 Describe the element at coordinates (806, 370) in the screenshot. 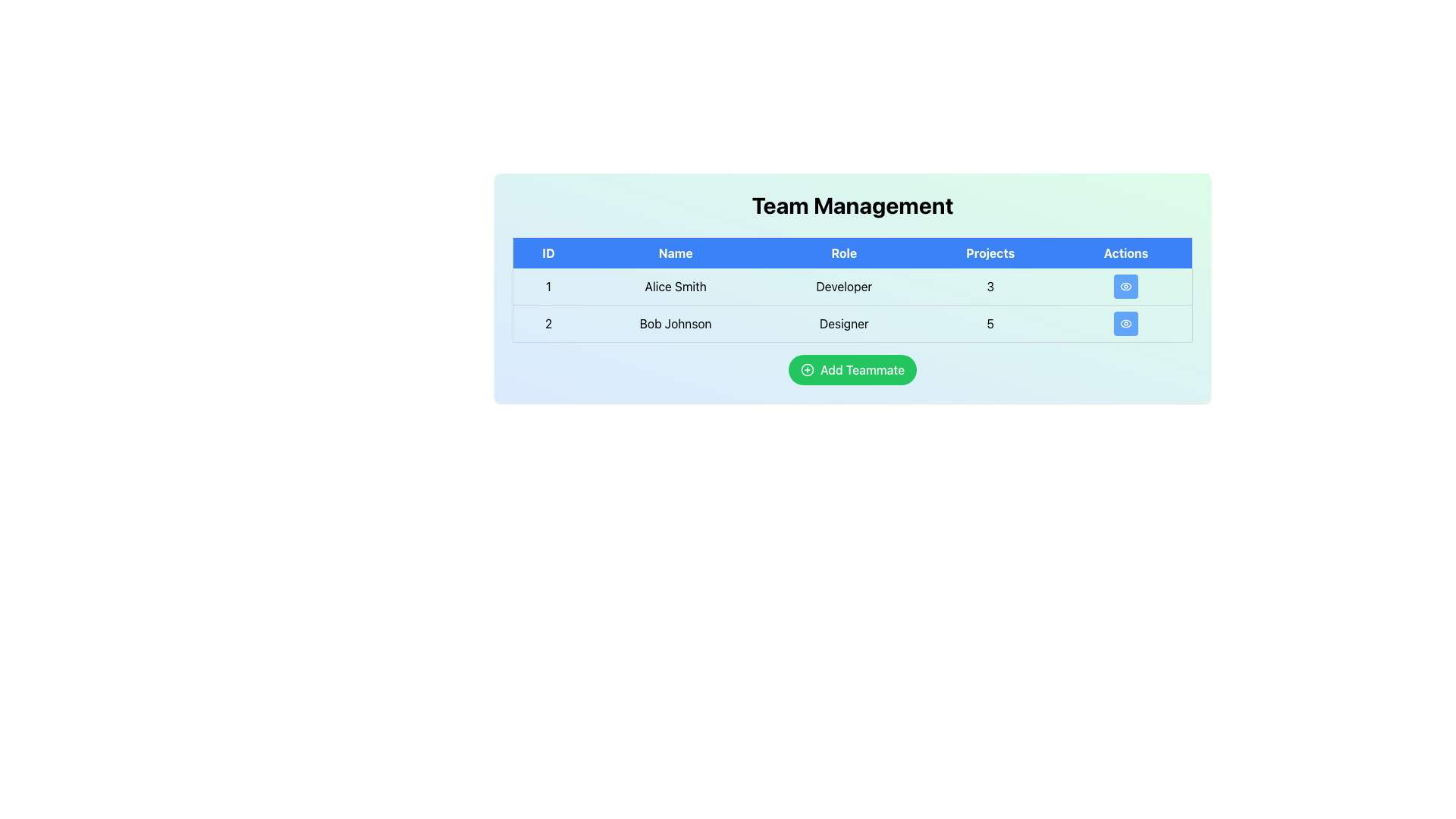

I see `the button labeled 'Add Teammate' which contains a circular icon with a plus sign on its left side` at that location.